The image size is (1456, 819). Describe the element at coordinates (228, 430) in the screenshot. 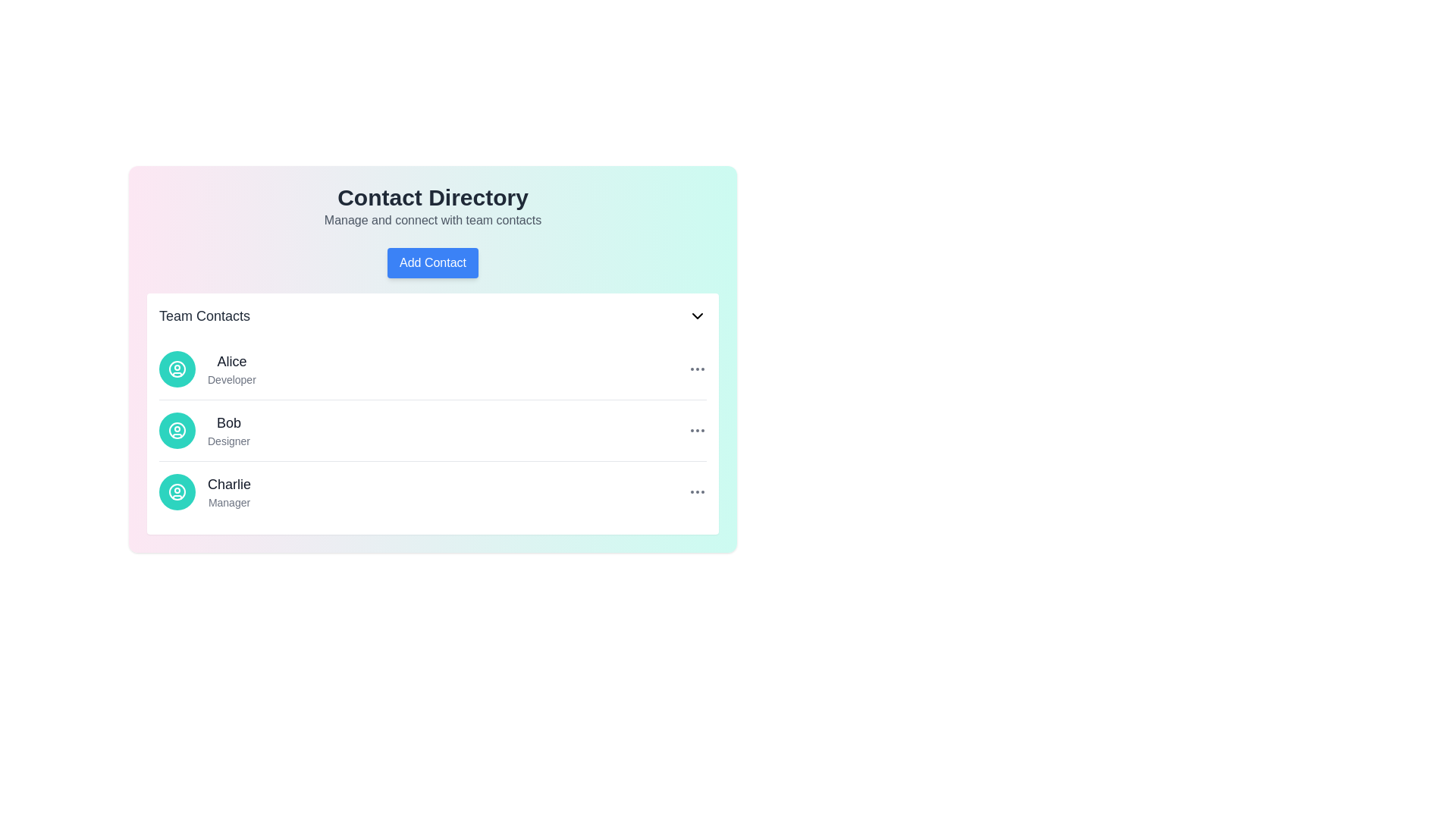

I see `the text element displaying the name and role of the team member, which is the second entry in the contacts directory, located between 'Alice - Developer' and 'Charlie - Manager'` at that location.